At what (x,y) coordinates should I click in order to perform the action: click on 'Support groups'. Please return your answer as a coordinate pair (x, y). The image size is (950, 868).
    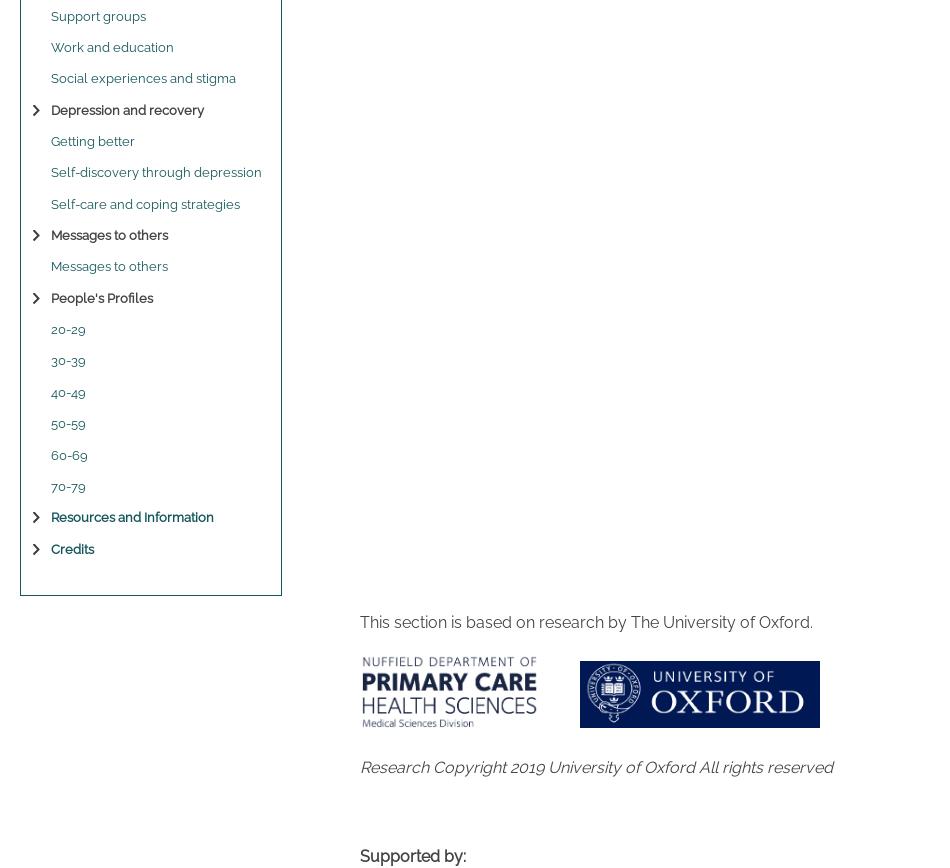
    Looking at the image, I should click on (98, 15).